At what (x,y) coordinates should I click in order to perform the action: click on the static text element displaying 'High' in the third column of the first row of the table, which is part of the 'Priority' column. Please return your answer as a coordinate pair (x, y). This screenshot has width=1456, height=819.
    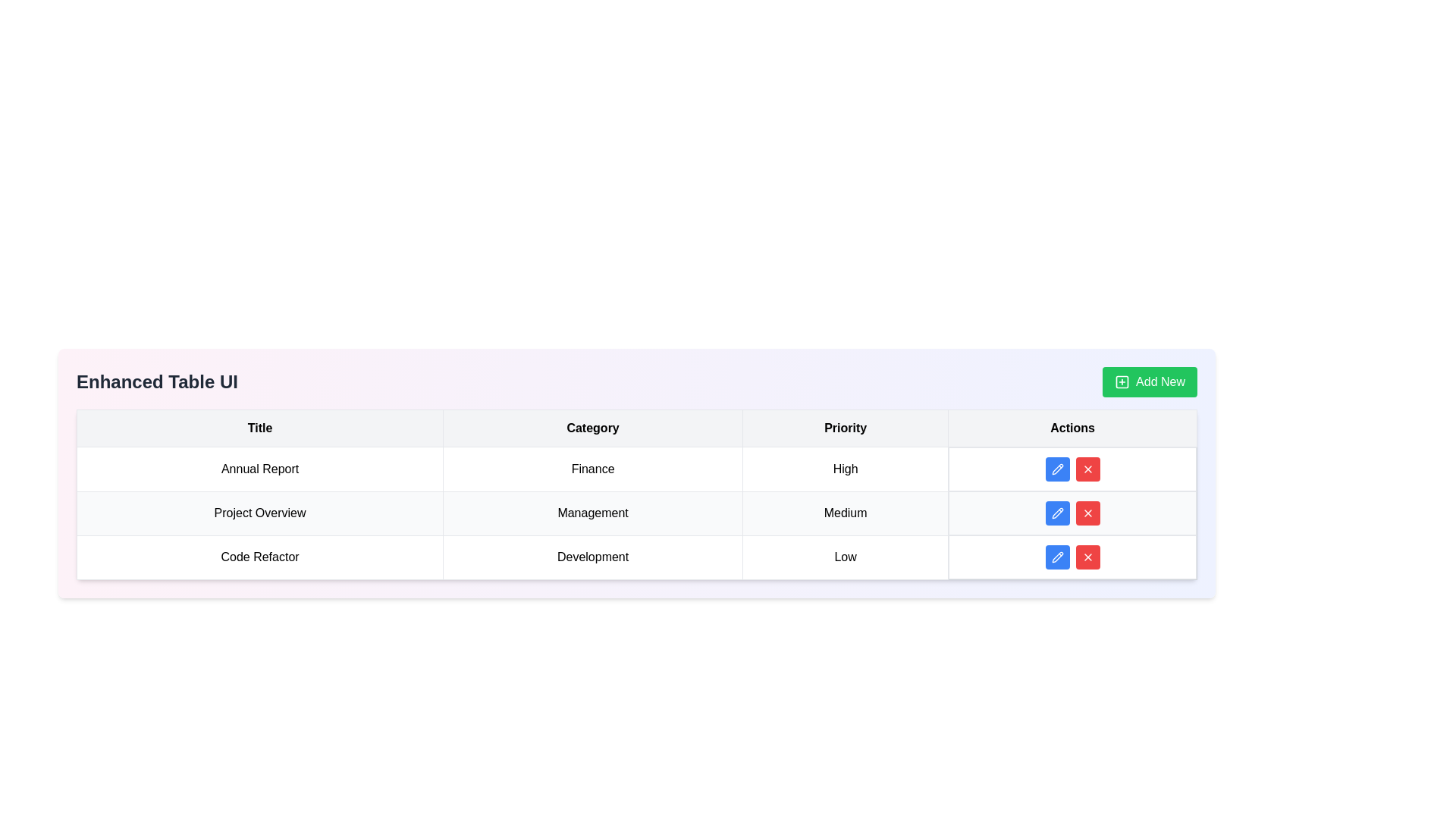
    Looking at the image, I should click on (845, 468).